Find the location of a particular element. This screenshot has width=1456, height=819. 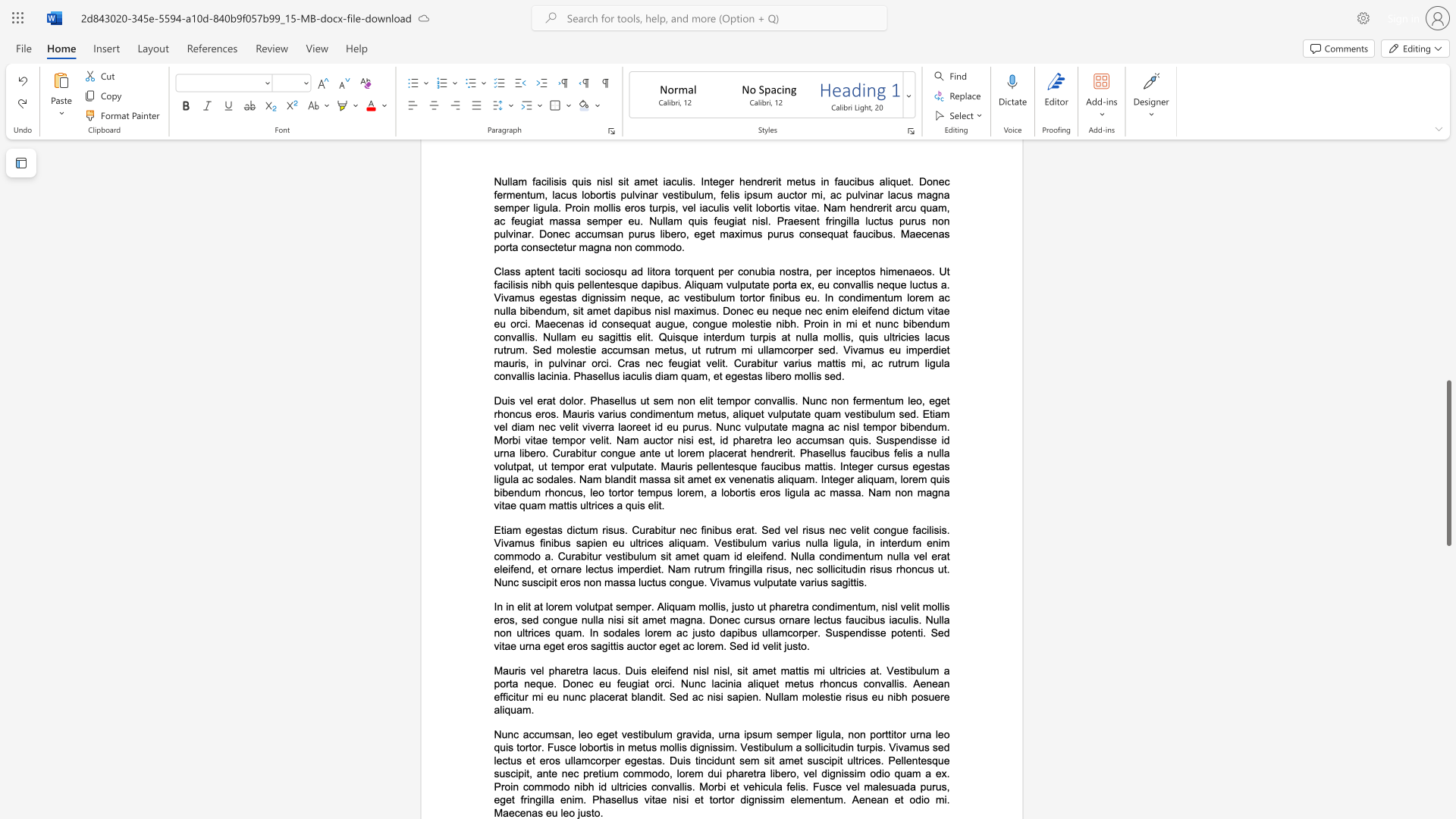

the subset text "gravida, urna ipsum semper ligula, non porttitor urna leo quis tortor. Fusce lobortis in metus mollis dignissim. Vestibulum a sollicitudin turpis. Vivamus sed lectus et eros ullamcorper egestas. Duis tincidunt sem sit amet suscipit ultrices. Pellentesque suscipit, ante nec pretium commodo, lorem dui pharetra libero, vel dignissim odio quam a ex. Proin commodo nibh id ultricies convallis. Morbi et vehicula felis. Fusce vel mal" within the text "Nunc accumsan, leo eget vestibulum gravida, urna ipsum semper ligula, non porttitor urna leo quis tortor. Fusce lobortis in metus mollis dignissim. Vestibulum a sollicitudin turpis. Vivamus sed lectus et eros ullamcorper egestas. Duis tincidunt sem sit amet suscipit ultrices. Pellentesque suscipit, ante nec pretium commodo, lorem dui pharetra libero, vel dignissim odio quam a ex. Proin commodo nibh id ultricies convallis. Morbi et vehicula felis. Fusce vel malesuada purus, eget fringilla enim. Phasellus vitae nisi et tortor dignissim elementum. Aenean et odio mi. Maecenas eu leo justo." is located at coordinates (676, 733).